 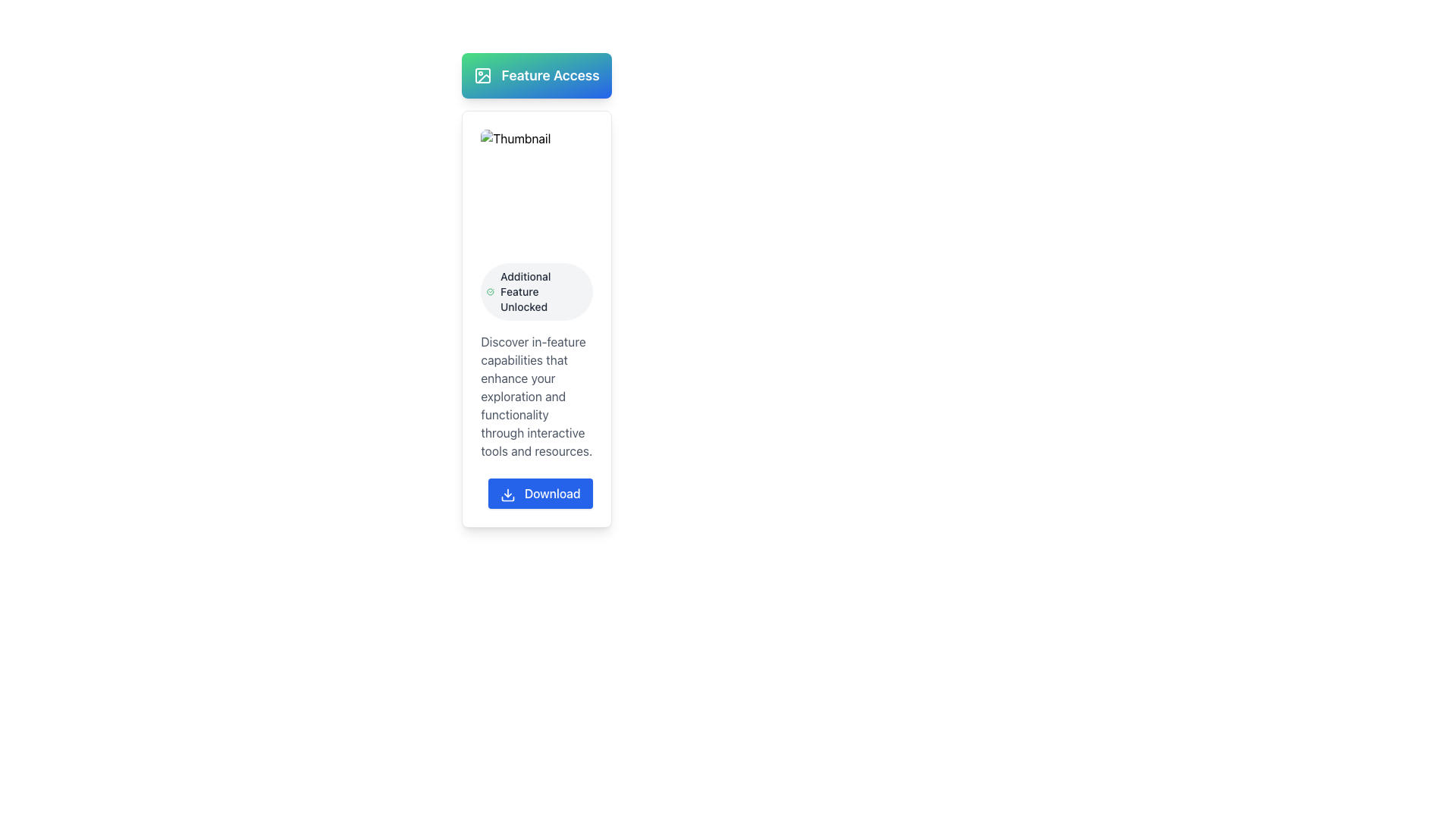 I want to click on the blue 'Download' button with white text and a downward arrow icon, so click(x=540, y=494).